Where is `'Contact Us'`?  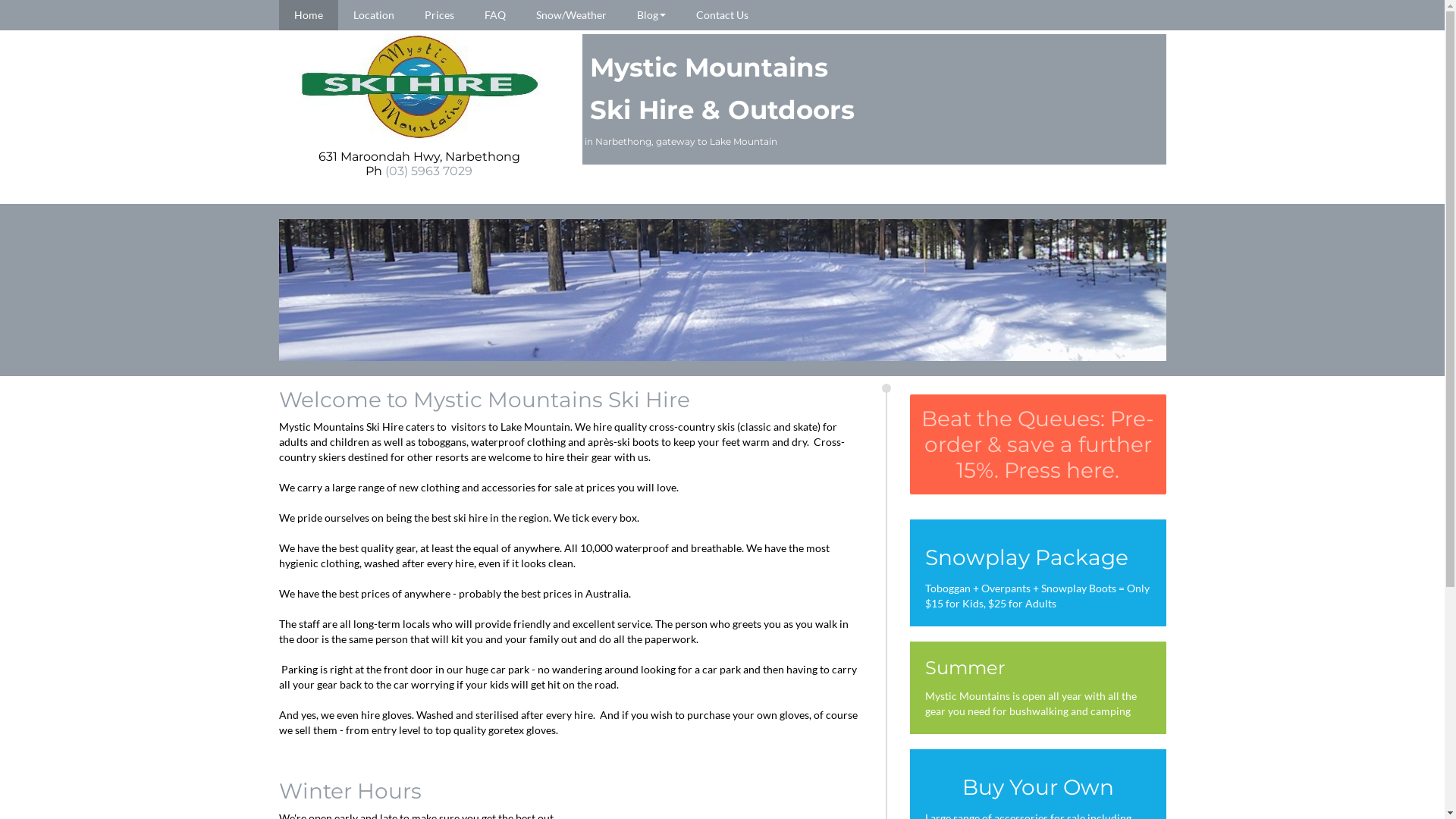
'Contact Us' is located at coordinates (721, 14).